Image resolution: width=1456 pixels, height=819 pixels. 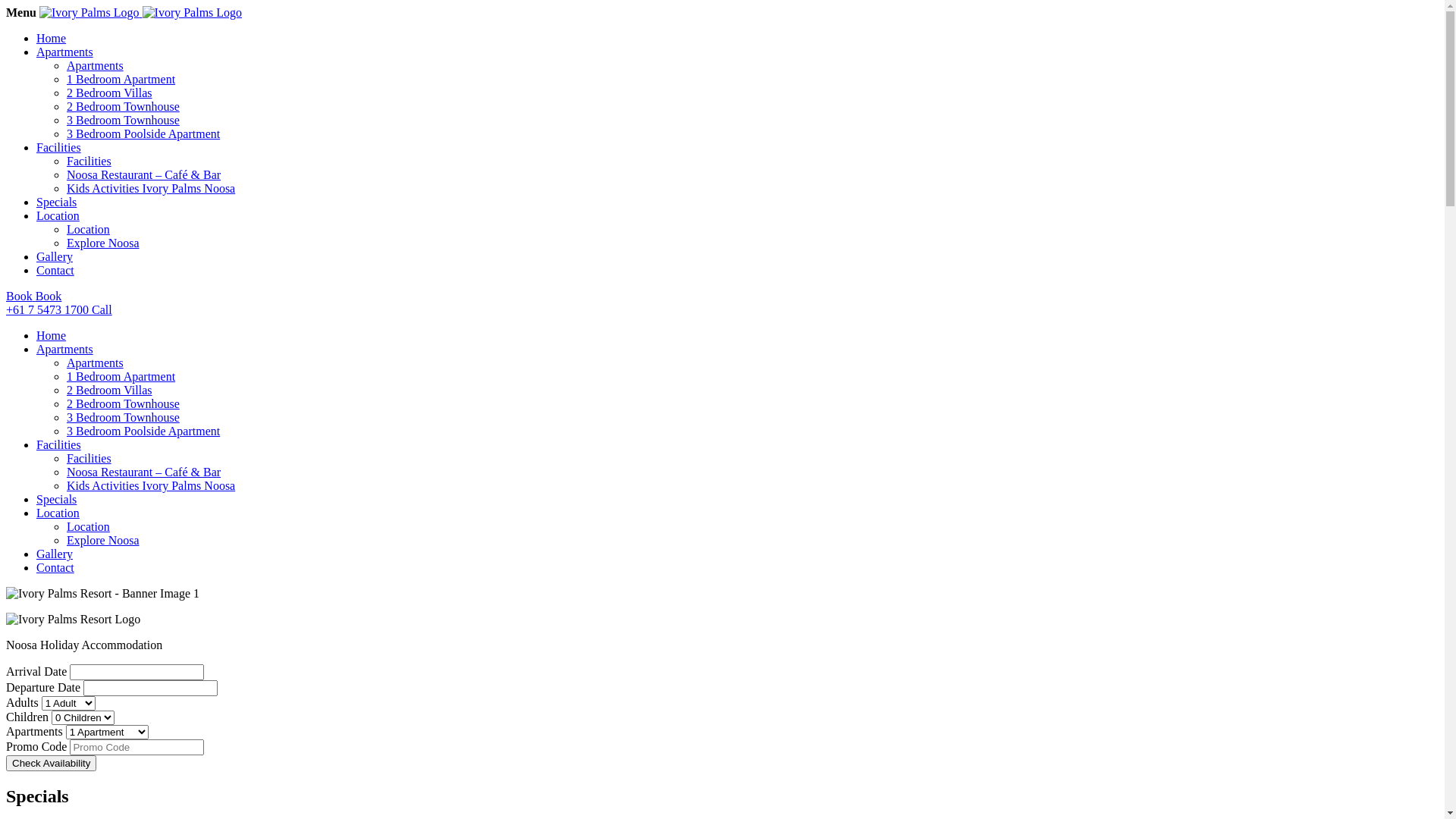 What do you see at coordinates (102, 539) in the screenshot?
I see `'Explore Noosa'` at bounding box center [102, 539].